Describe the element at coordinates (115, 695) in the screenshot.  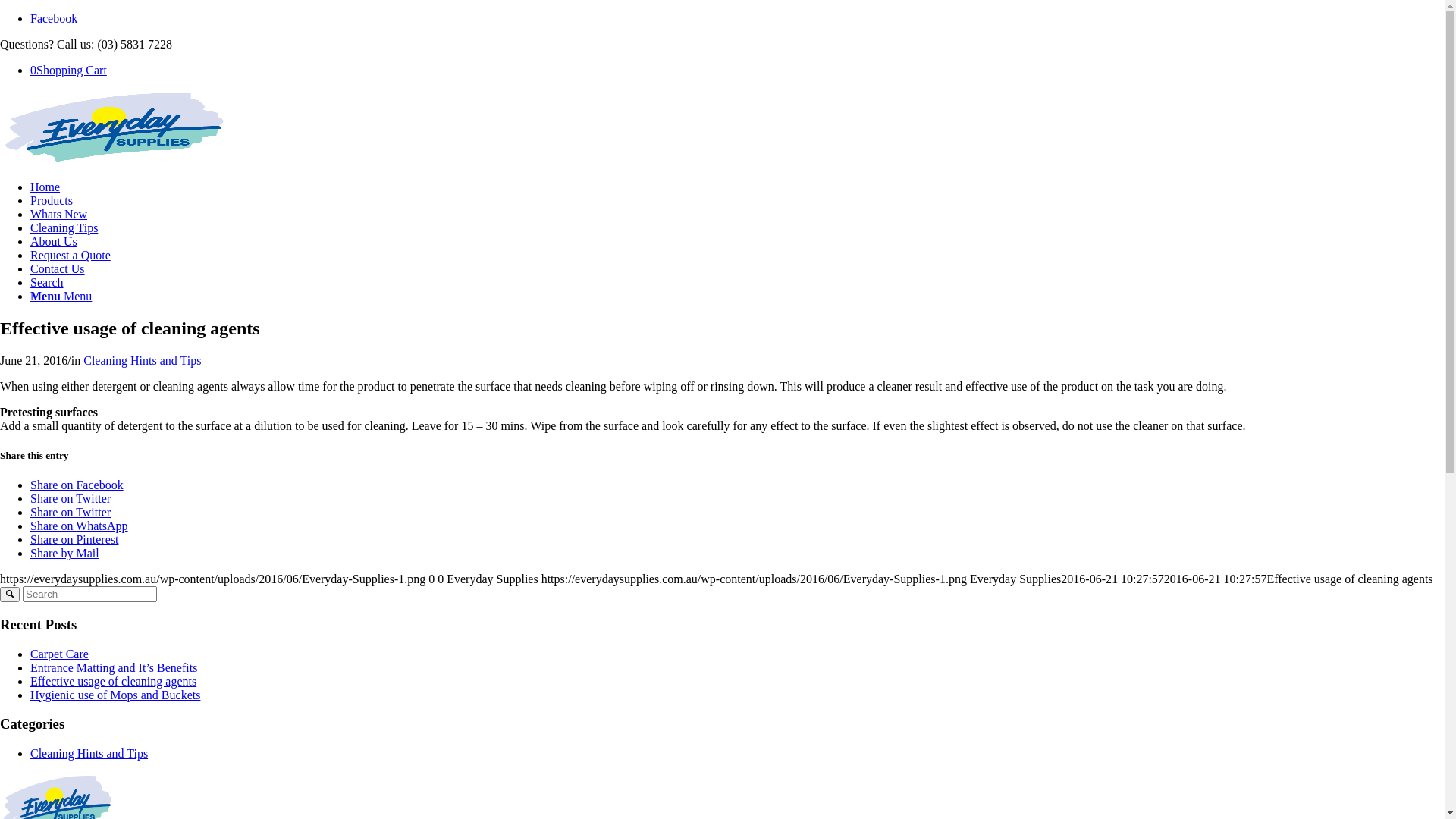
I see `'Hygienic use of Mops and Buckets'` at that location.